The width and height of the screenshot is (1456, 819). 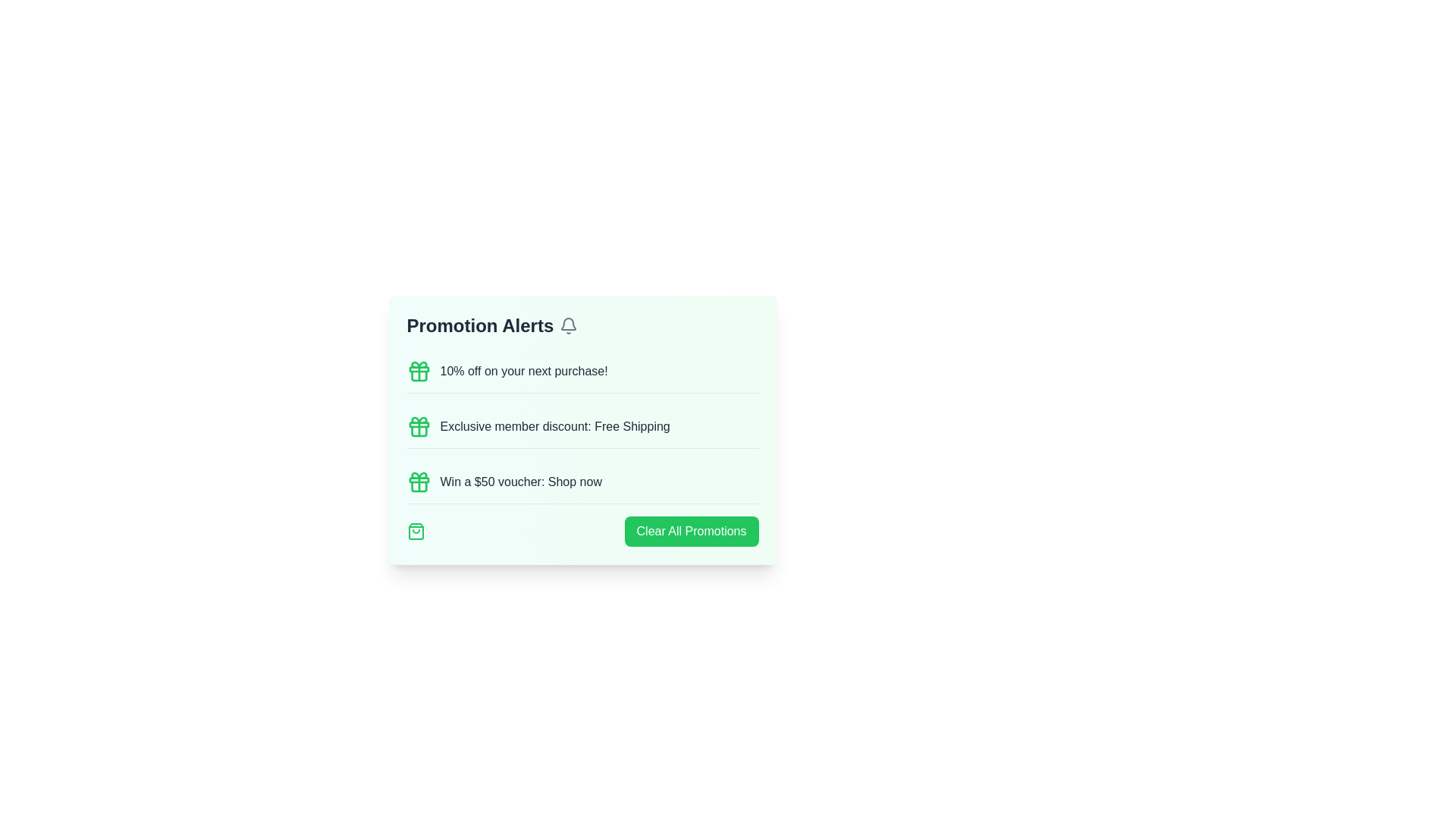 I want to click on the promotional text label that informs users about winning a voucher, located above the 'Clear All Promotions' button, so click(x=521, y=482).